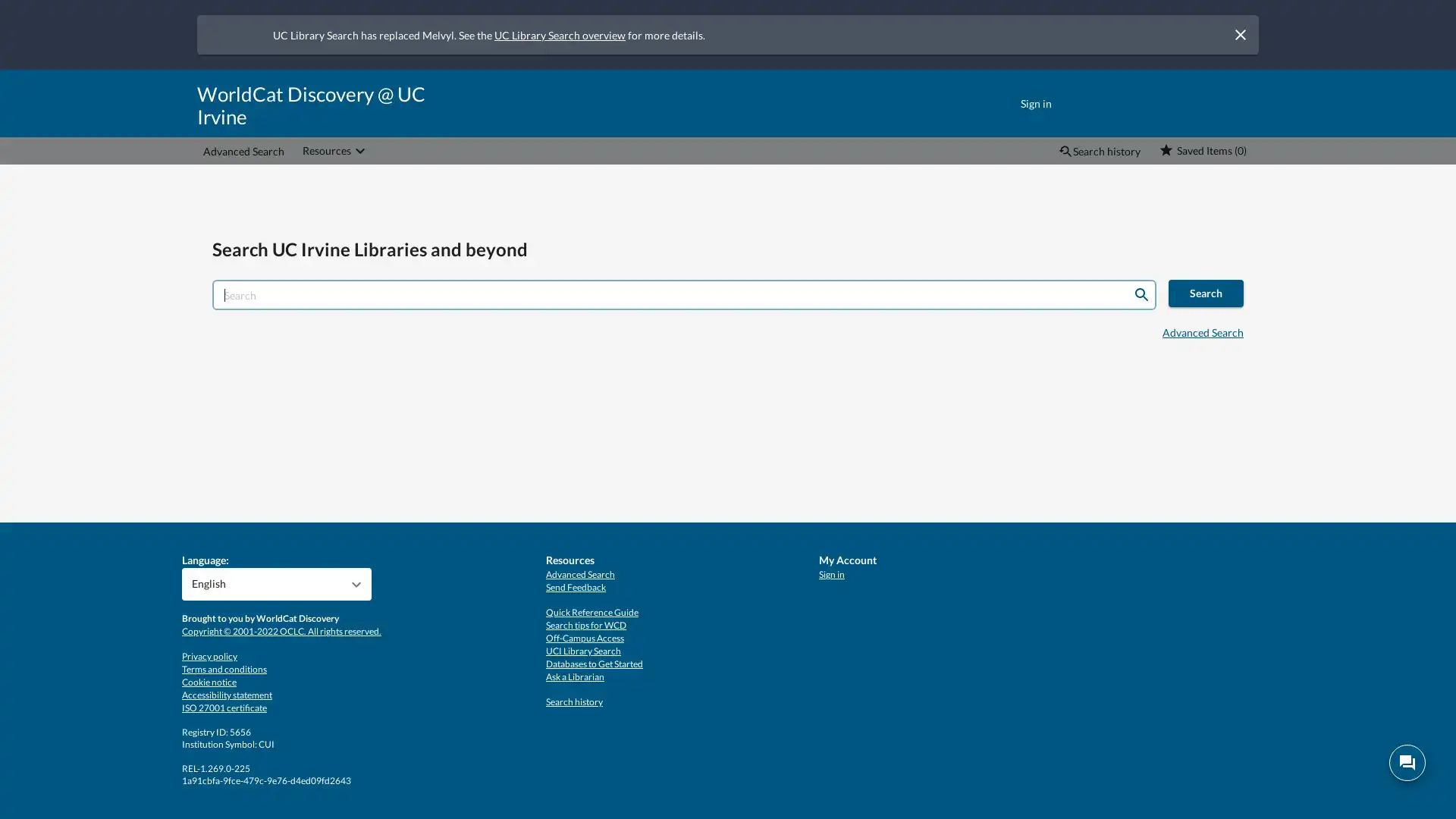 This screenshot has height=819, width=1456. I want to click on Dismiss, so click(1240, 34).